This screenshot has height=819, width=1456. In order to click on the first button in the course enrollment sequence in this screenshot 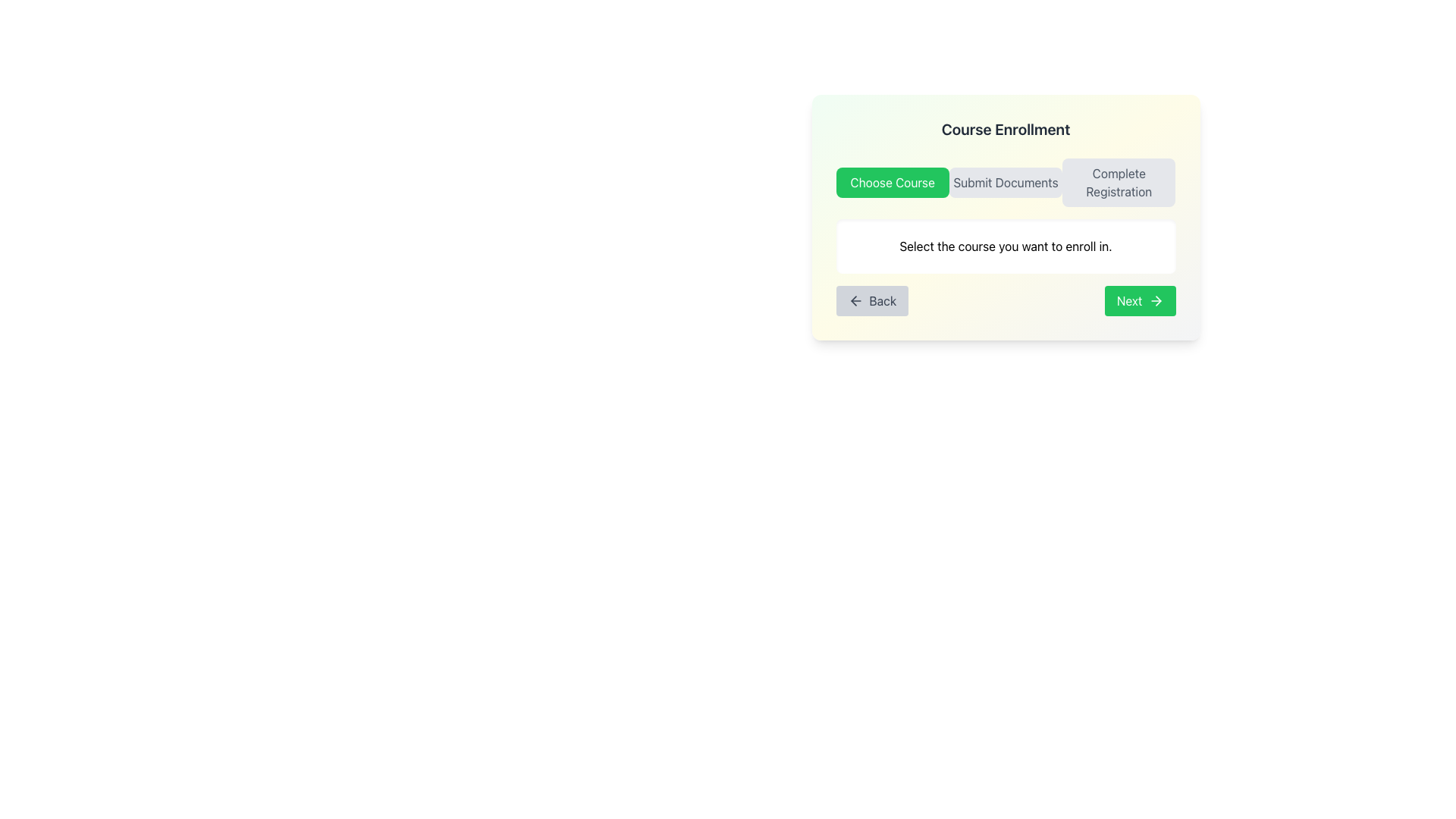, I will do `click(893, 181)`.